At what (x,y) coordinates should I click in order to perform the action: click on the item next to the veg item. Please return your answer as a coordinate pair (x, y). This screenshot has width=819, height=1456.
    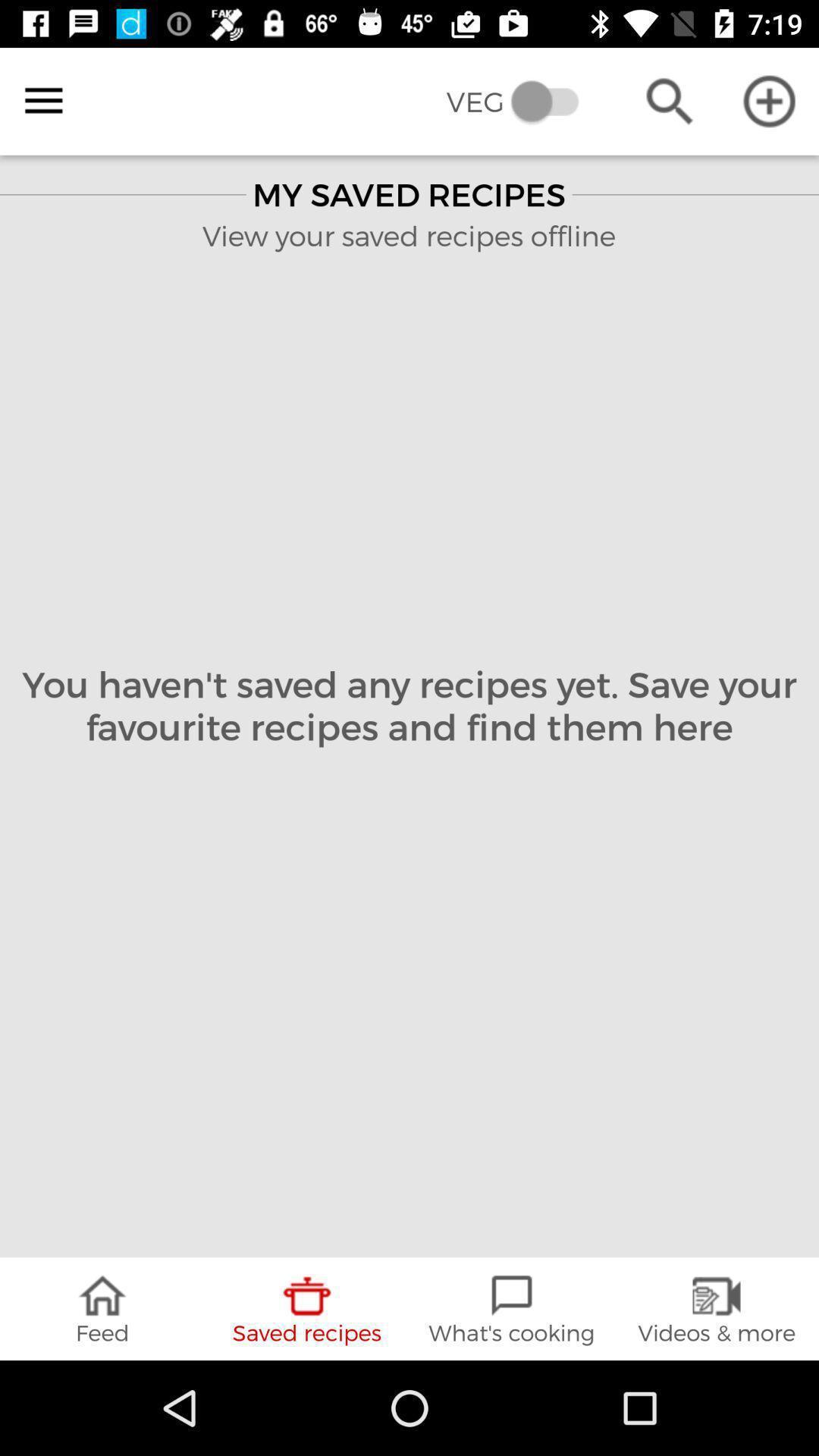
    Looking at the image, I should click on (669, 100).